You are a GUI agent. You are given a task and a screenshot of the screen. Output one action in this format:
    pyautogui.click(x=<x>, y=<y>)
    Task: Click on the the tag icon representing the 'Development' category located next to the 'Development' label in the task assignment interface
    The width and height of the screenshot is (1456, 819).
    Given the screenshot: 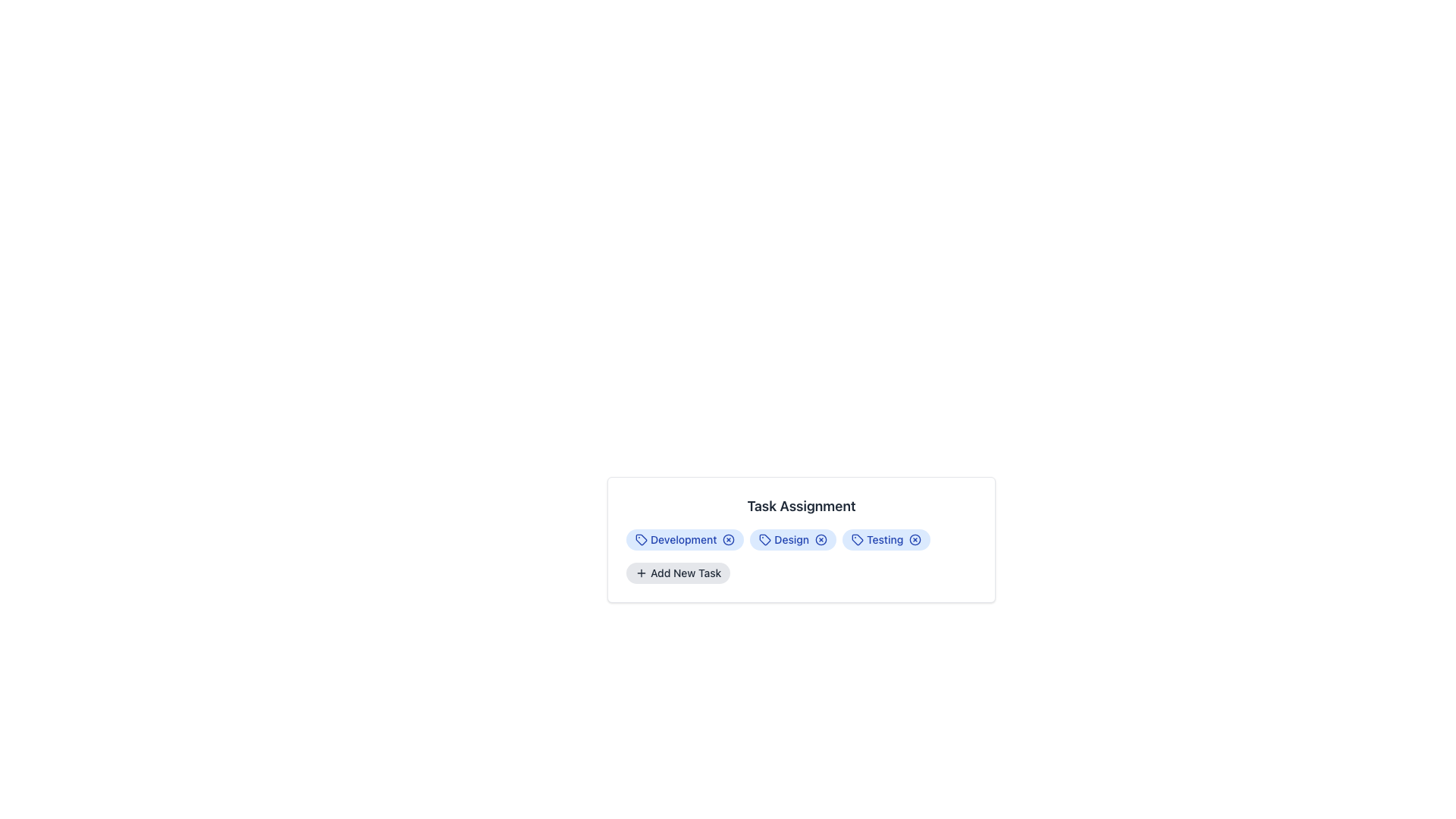 What is the action you would take?
    pyautogui.click(x=641, y=539)
    